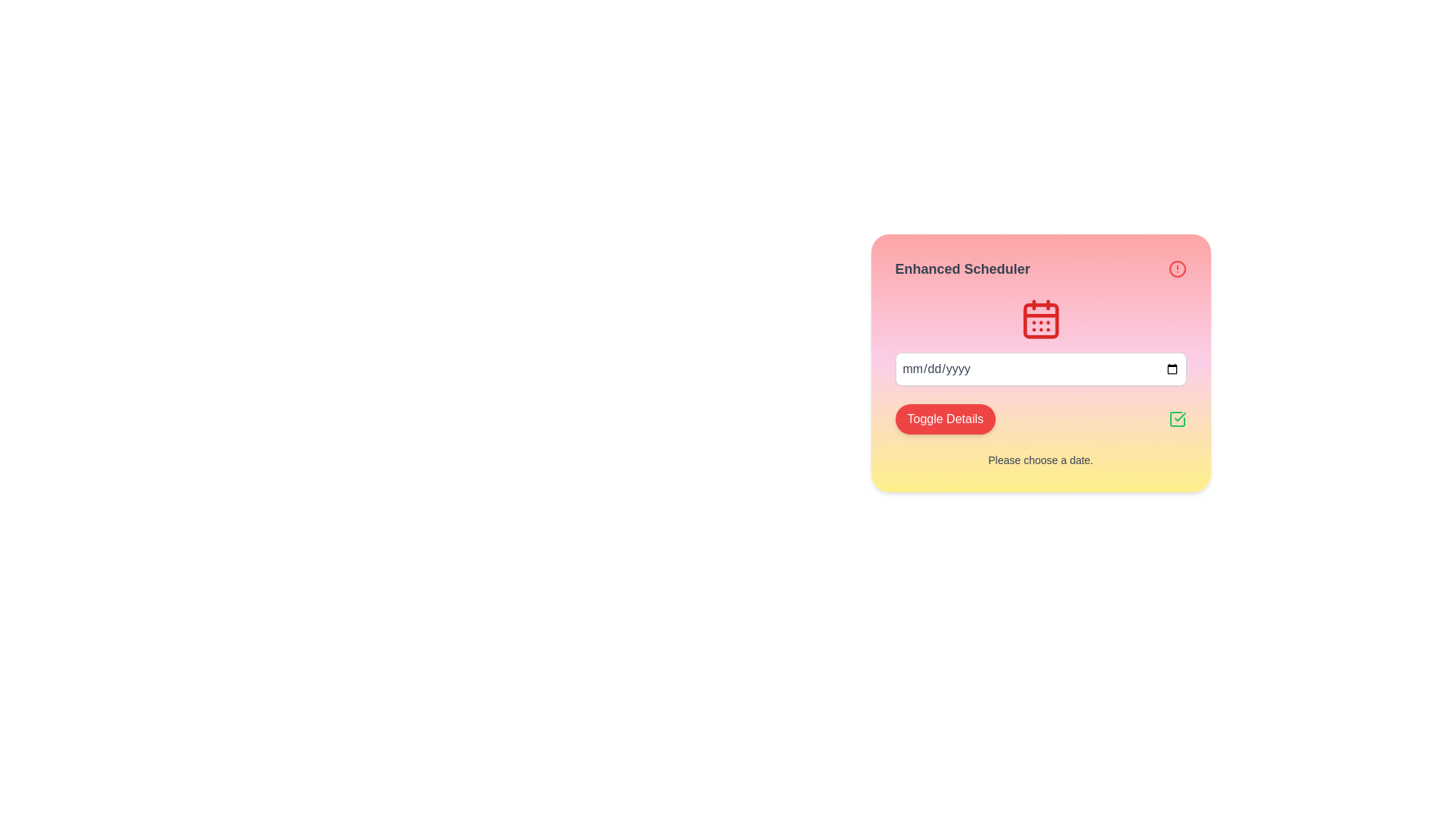 The image size is (1456, 819). I want to click on the 'Toggle Details' button located near the bottom right side of the application to trigger interactive feedback, so click(1040, 419).